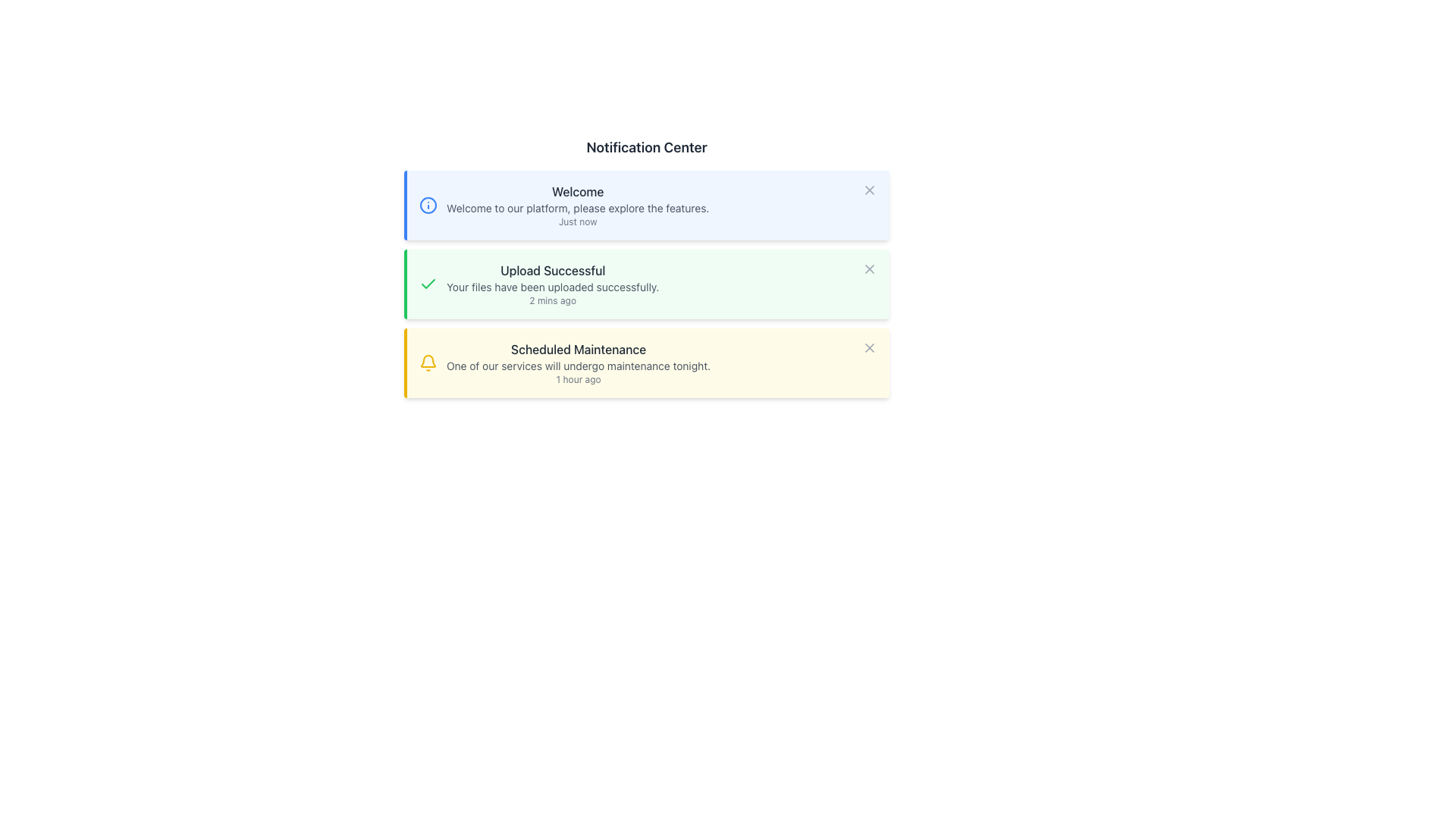  I want to click on the text block containing the title 'Welcome', which is the first notification in the Notification Center, so click(577, 205).